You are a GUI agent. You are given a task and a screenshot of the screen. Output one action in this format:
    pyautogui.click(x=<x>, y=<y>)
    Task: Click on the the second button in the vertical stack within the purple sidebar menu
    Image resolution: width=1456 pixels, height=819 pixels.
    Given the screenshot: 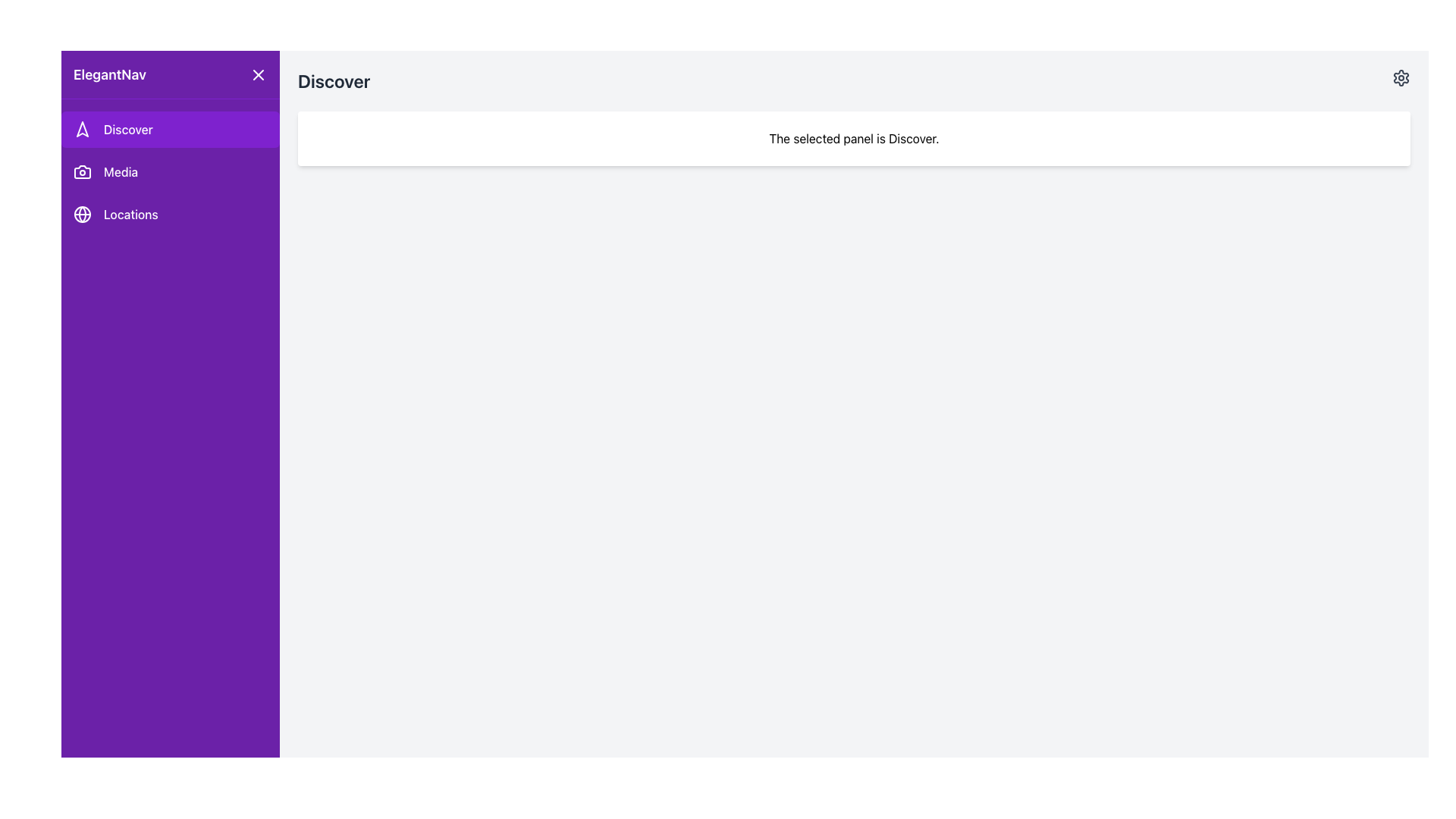 What is the action you would take?
    pyautogui.click(x=171, y=171)
    